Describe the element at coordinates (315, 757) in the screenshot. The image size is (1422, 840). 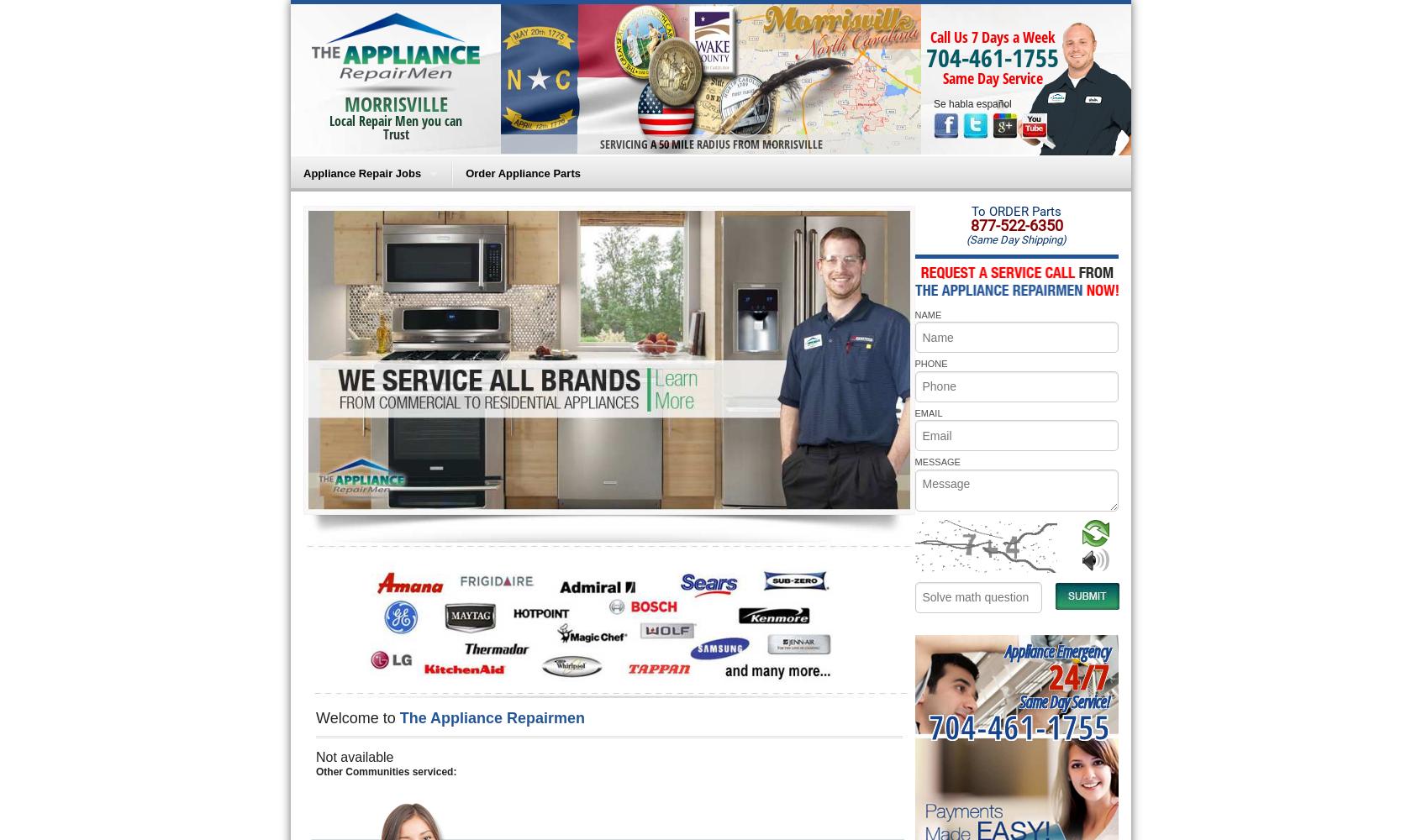
I see `'Not available'` at that location.